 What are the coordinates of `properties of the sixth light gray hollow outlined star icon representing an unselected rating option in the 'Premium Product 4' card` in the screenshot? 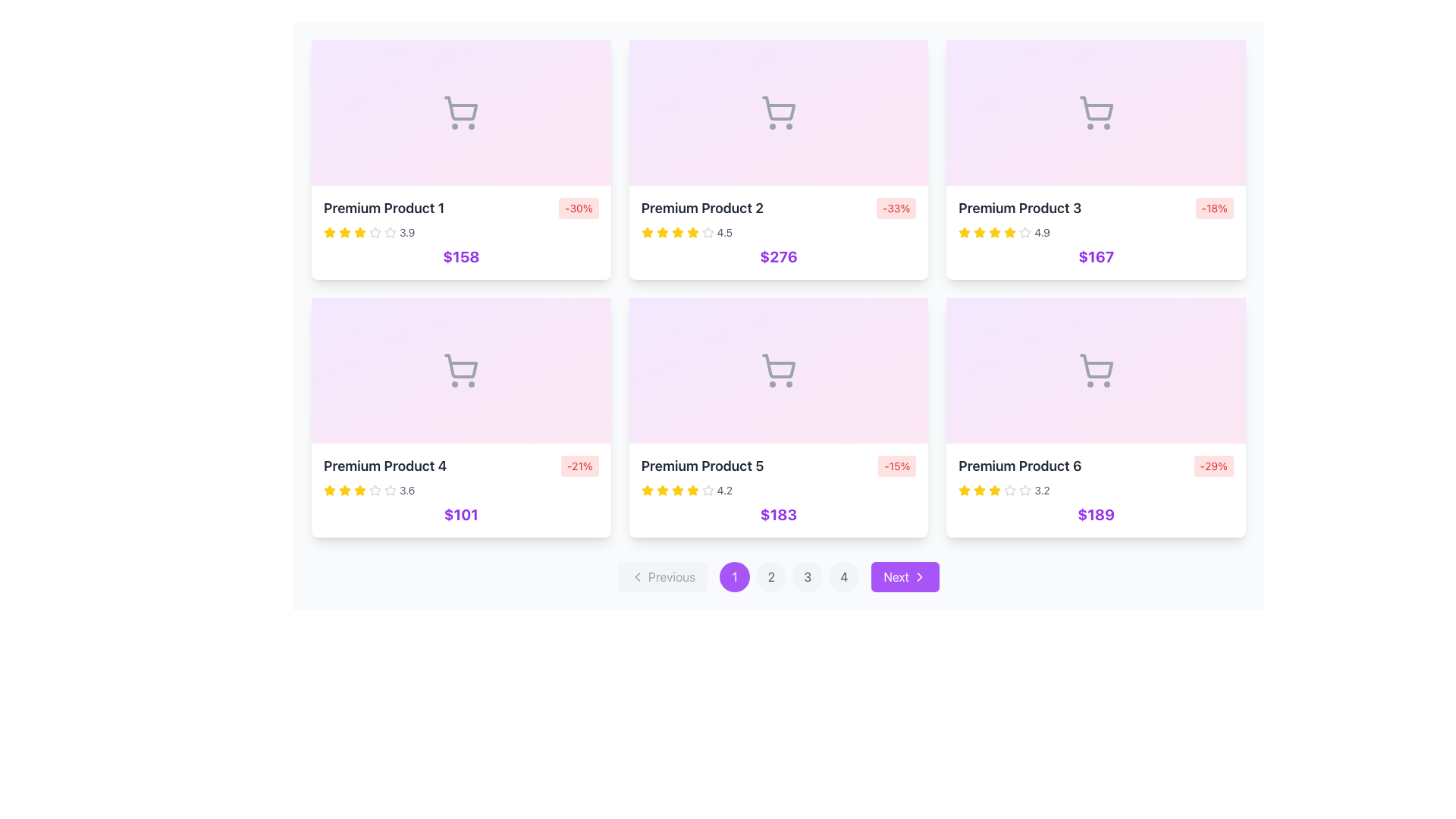 It's located at (375, 491).